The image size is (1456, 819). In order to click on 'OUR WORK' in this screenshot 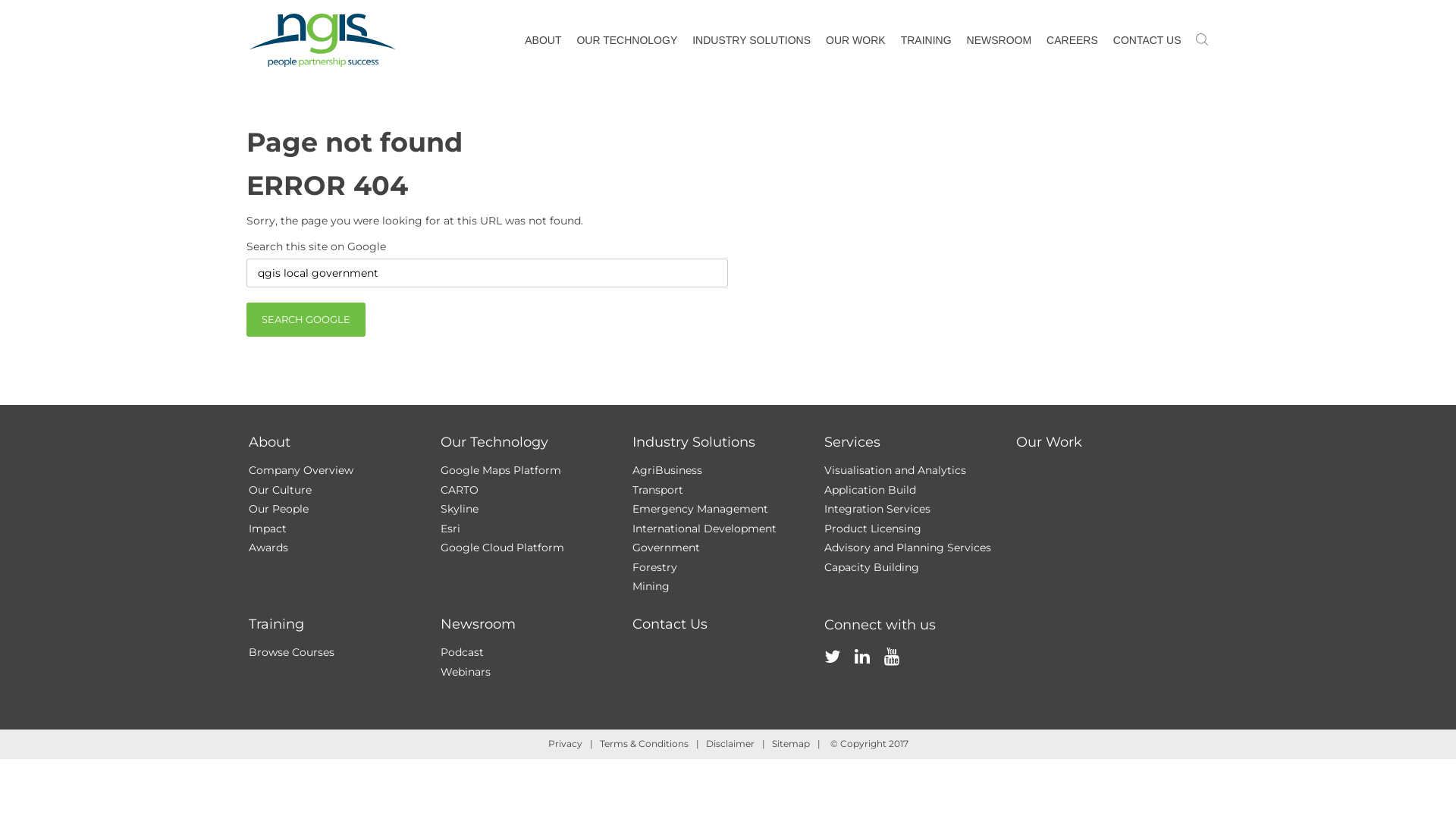, I will do `click(855, 39)`.